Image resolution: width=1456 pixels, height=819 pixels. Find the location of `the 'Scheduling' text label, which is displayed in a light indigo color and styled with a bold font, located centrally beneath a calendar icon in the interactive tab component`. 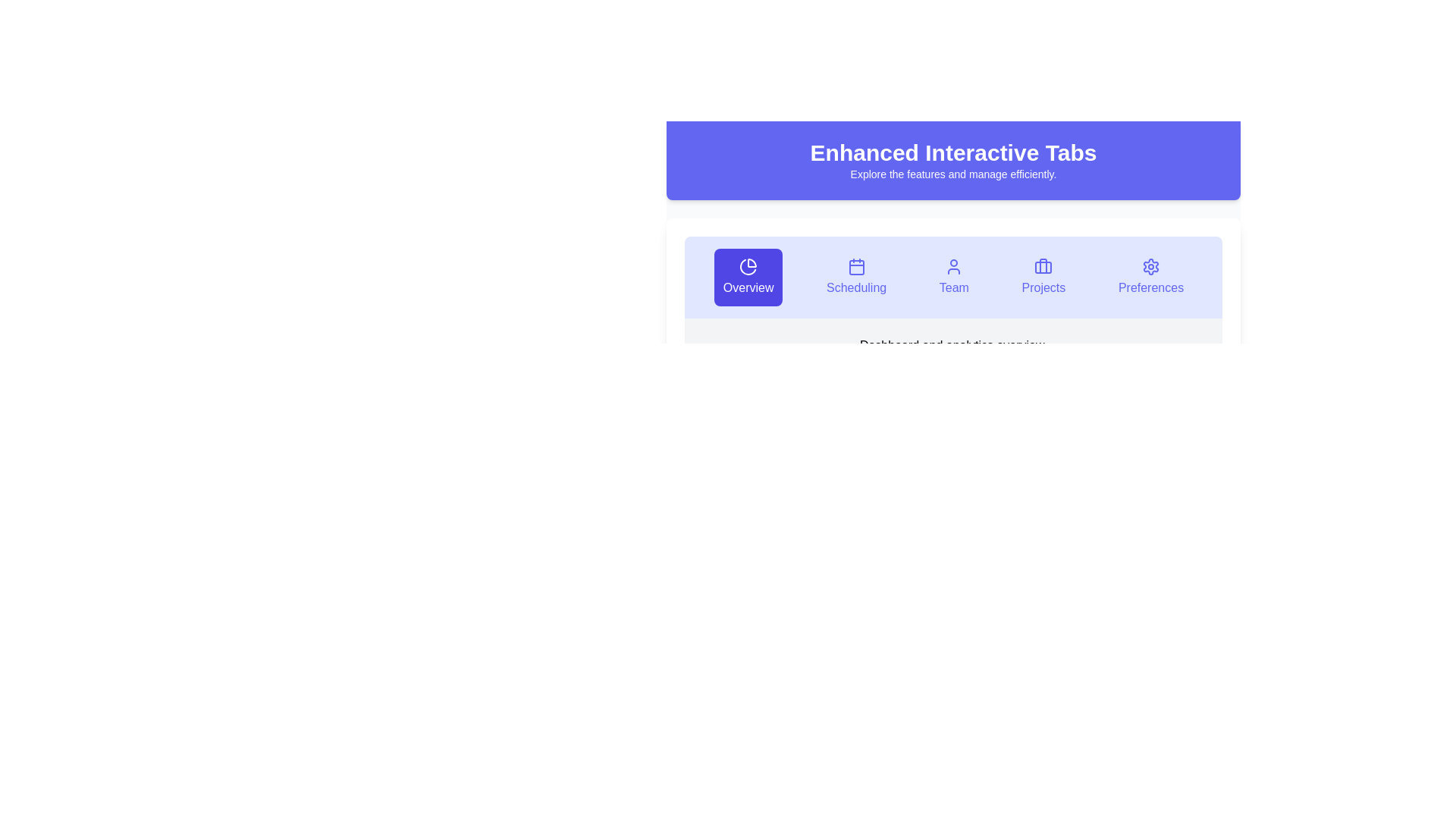

the 'Scheduling' text label, which is displayed in a light indigo color and styled with a bold font, located centrally beneath a calendar icon in the interactive tab component is located at coordinates (856, 288).